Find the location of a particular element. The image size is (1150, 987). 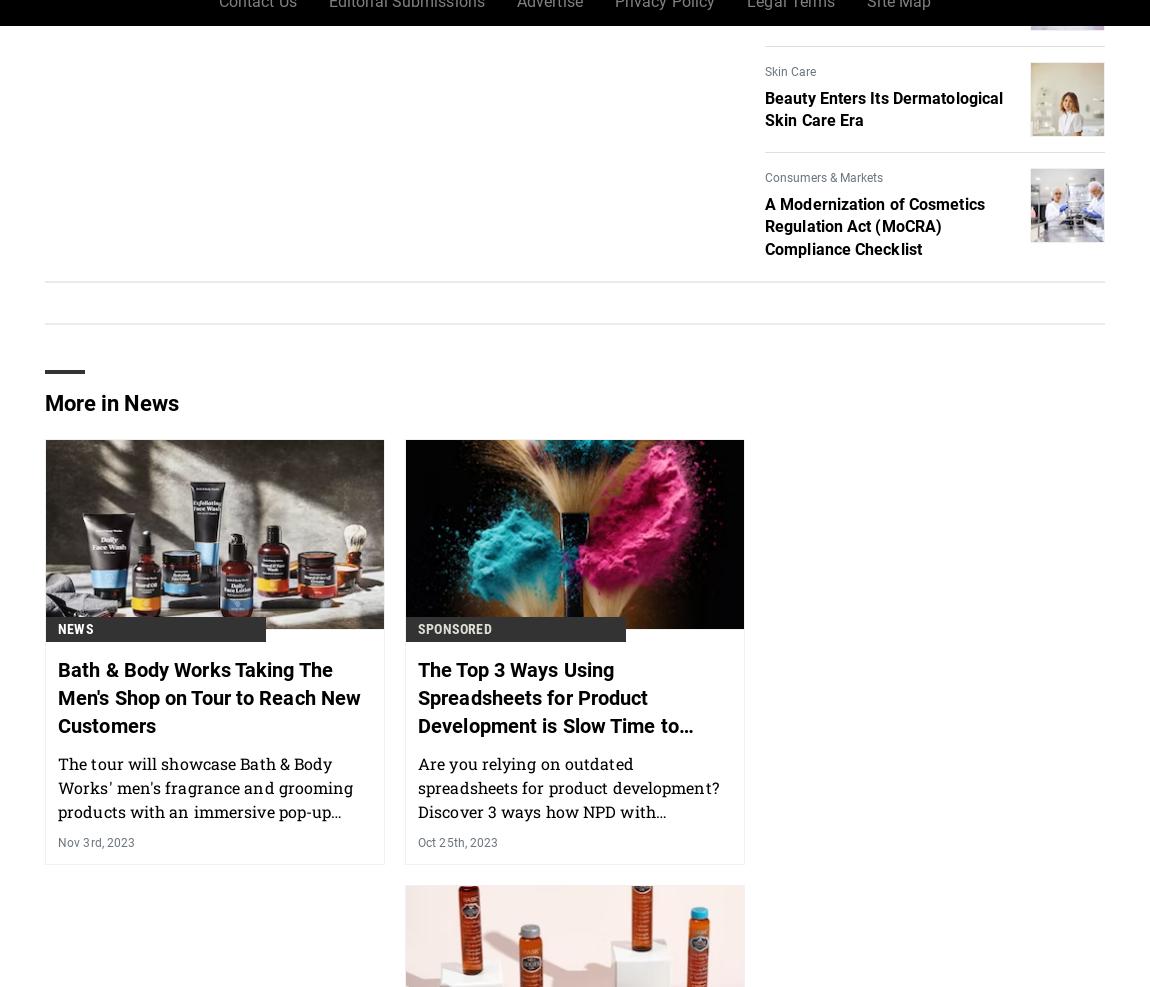

'The Top 3 Ways Using Spreadsheets for Product Development is Slow Time to Market' is located at coordinates (547, 815).